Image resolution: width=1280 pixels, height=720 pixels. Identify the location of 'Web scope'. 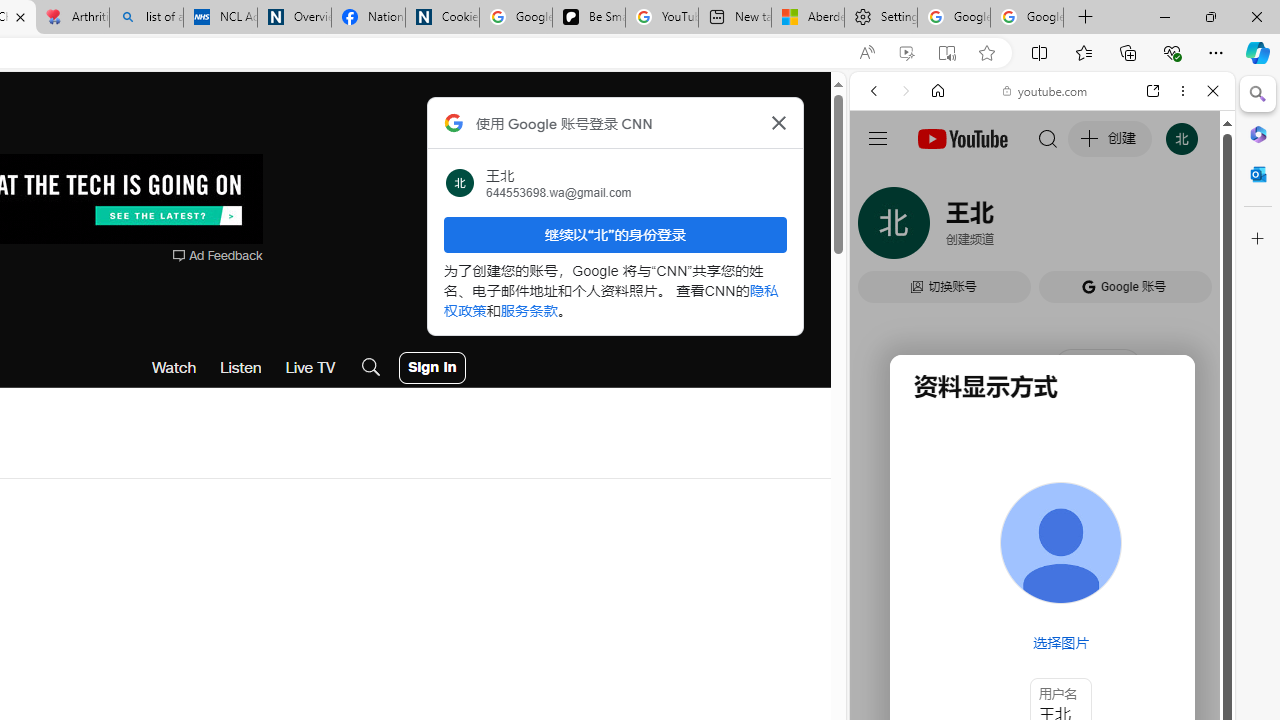
(881, 180).